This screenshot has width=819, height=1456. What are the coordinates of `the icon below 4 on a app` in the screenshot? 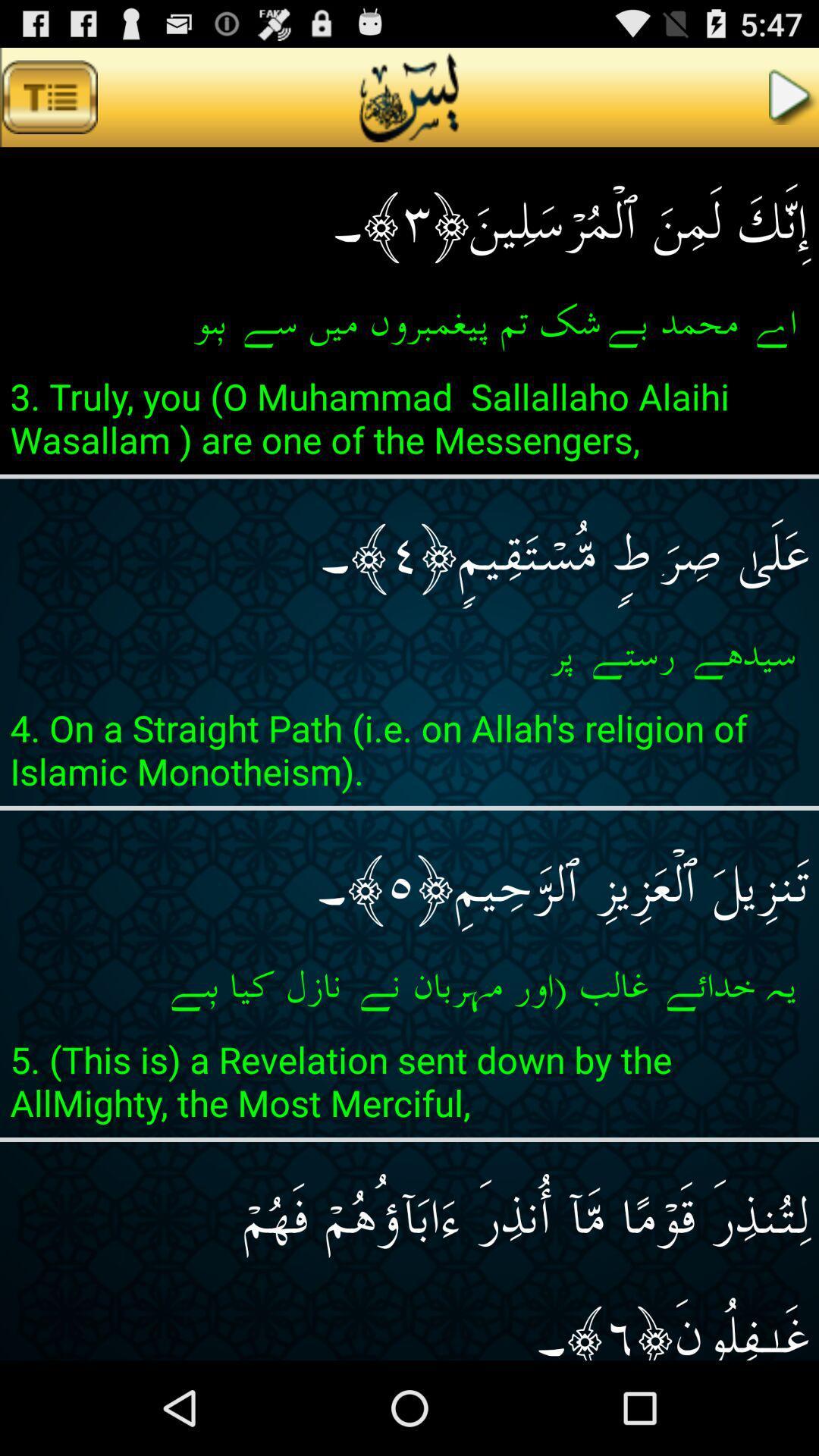 It's located at (409, 875).